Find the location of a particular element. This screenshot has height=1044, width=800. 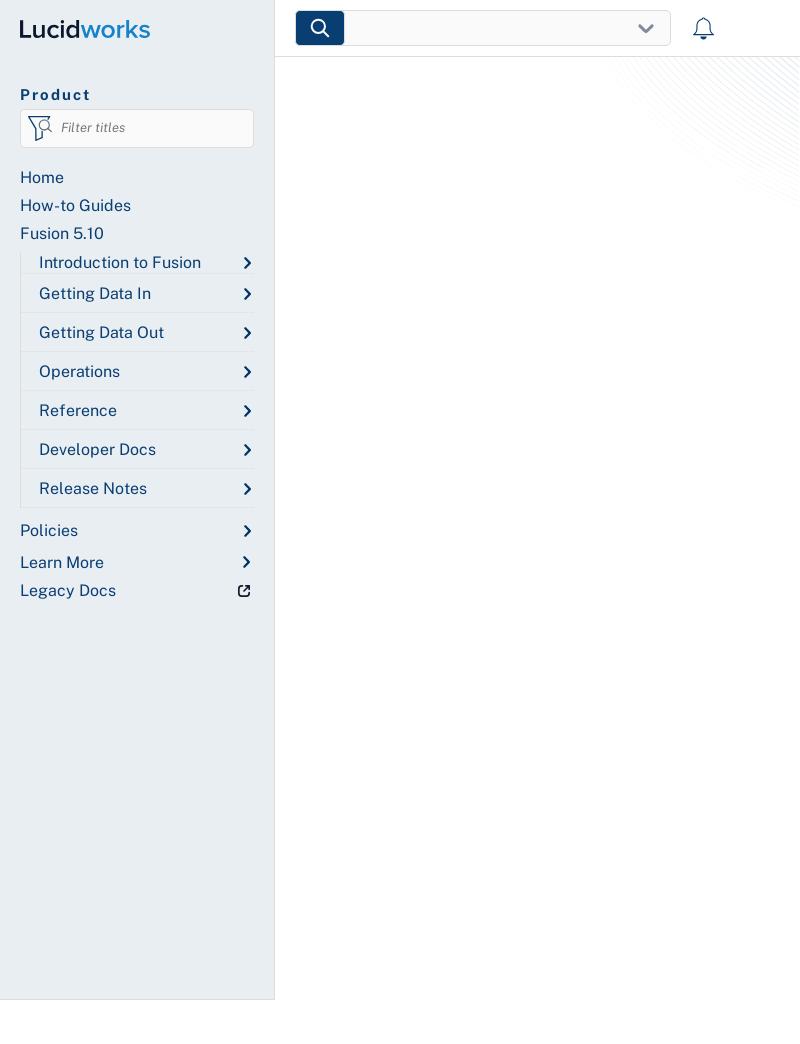

'Release Notes' is located at coordinates (92, 488).